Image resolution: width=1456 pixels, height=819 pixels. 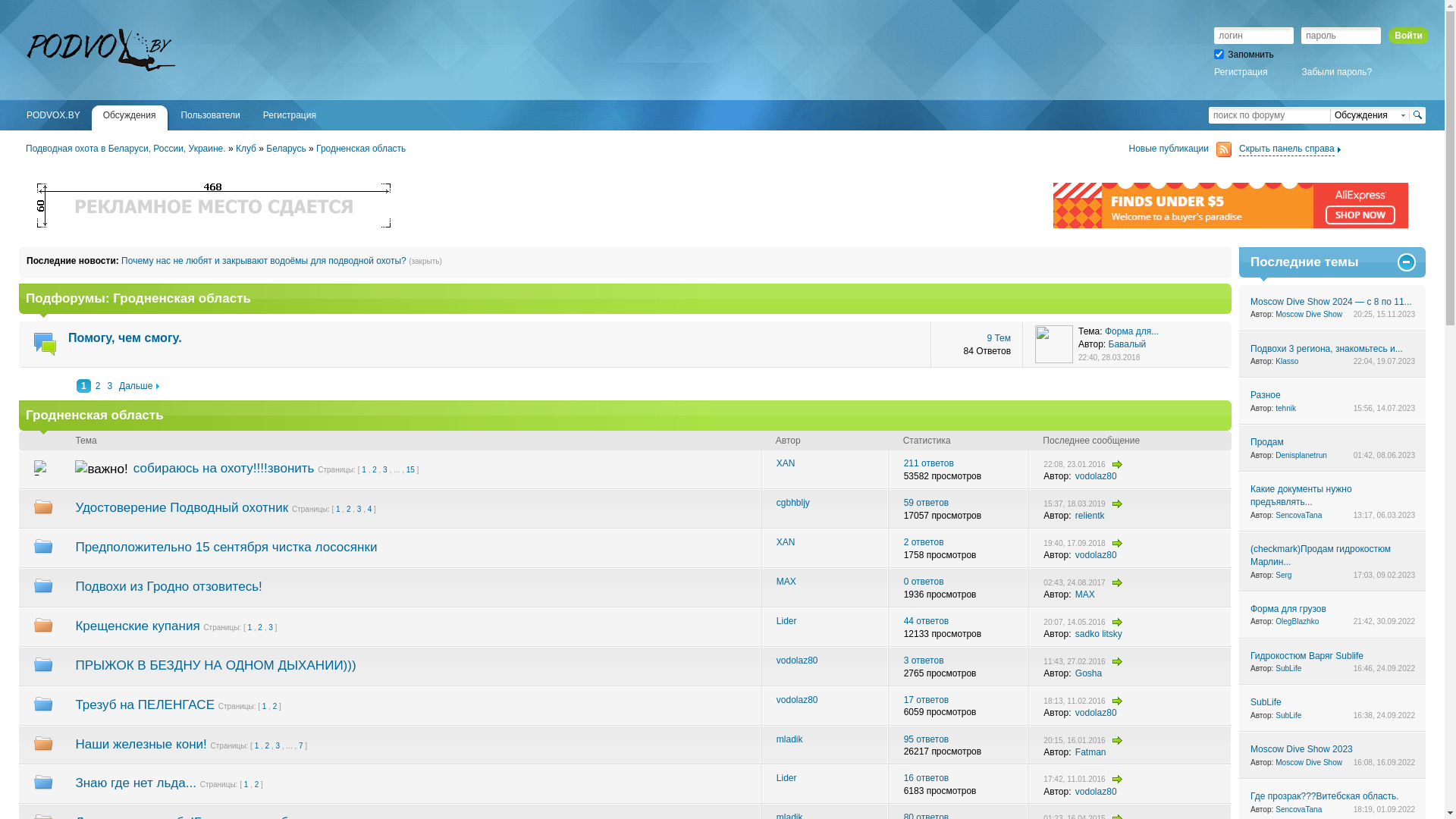 I want to click on 'Gosha', so click(x=1087, y=672).